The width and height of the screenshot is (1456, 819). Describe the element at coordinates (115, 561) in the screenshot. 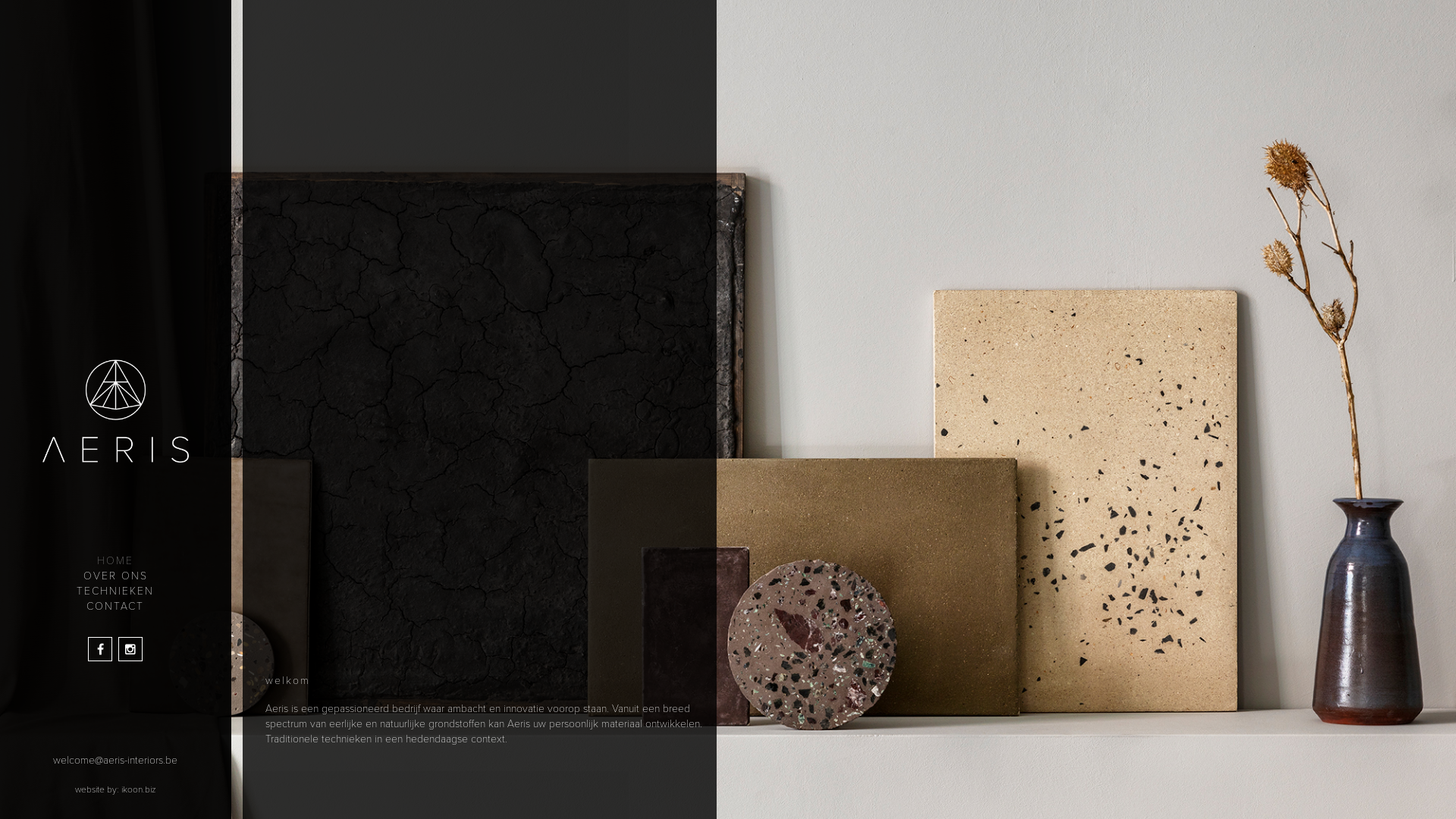

I see `'HOME'` at that location.